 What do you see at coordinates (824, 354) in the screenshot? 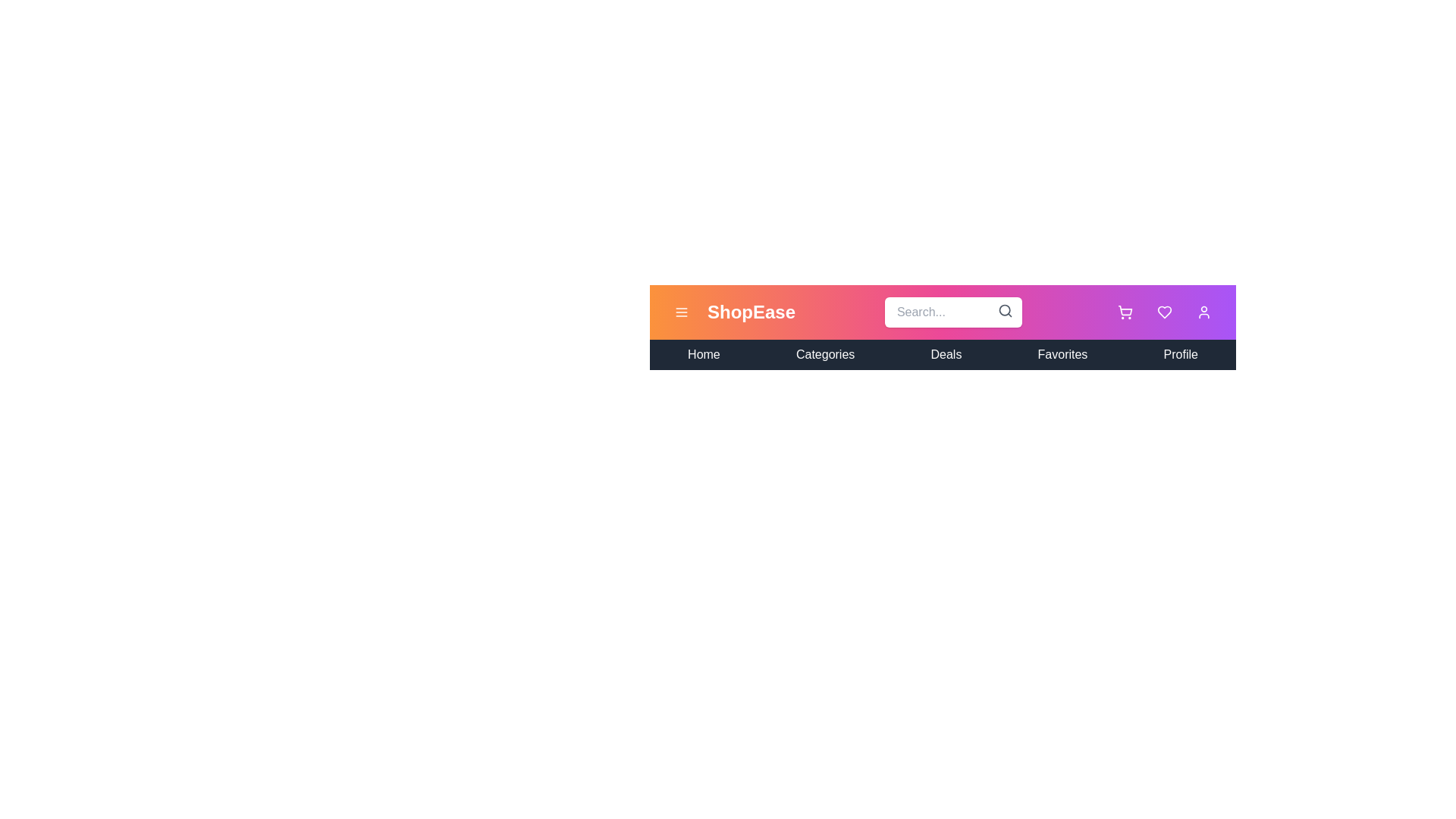
I see `the Categories from the navigation menu` at bounding box center [824, 354].